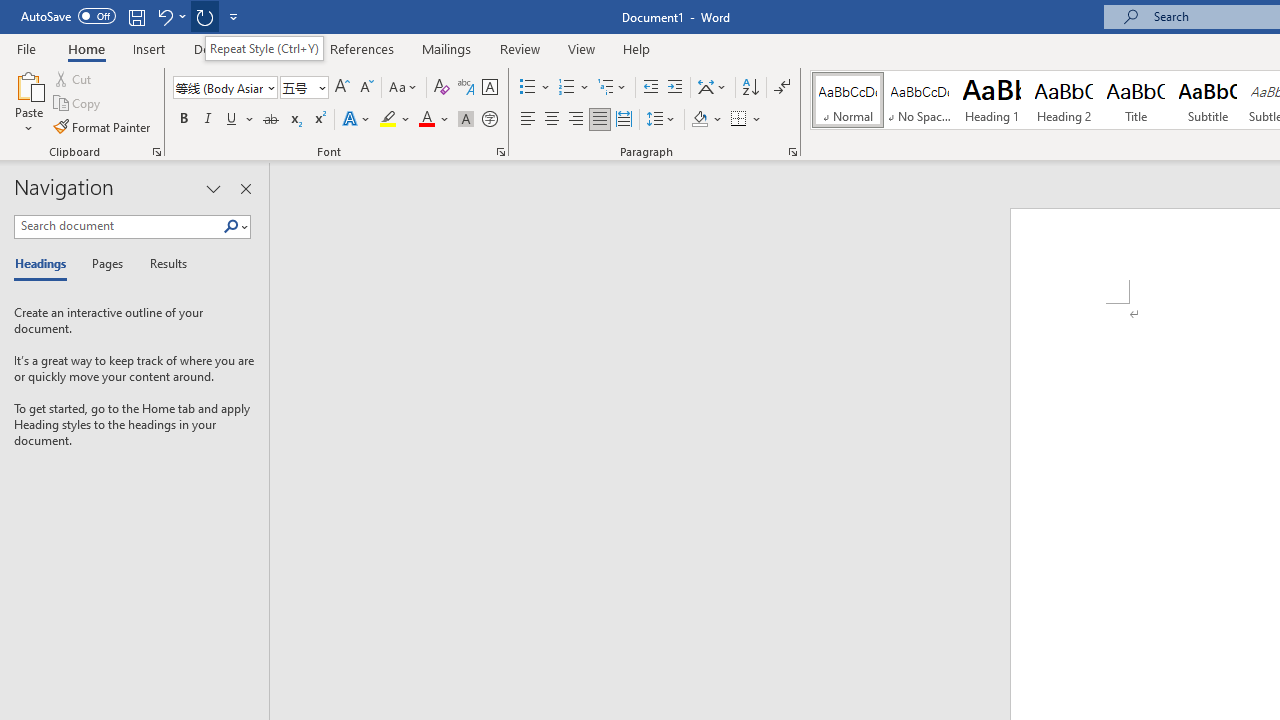 The height and width of the screenshot is (720, 1280). Describe the element at coordinates (269, 119) in the screenshot. I see `'Strikethrough'` at that location.